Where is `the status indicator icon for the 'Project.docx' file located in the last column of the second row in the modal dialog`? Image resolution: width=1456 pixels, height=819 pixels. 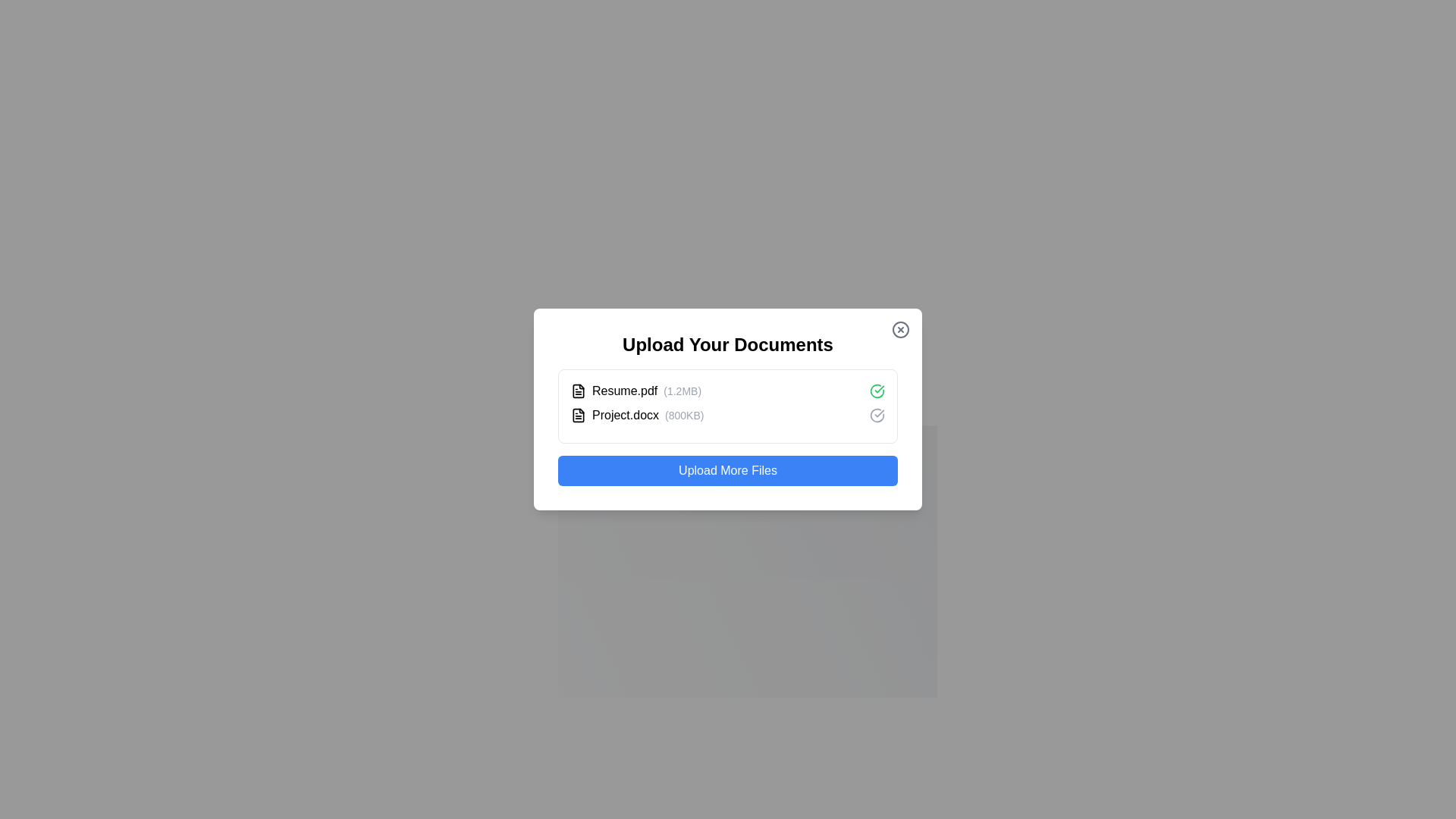
the status indicator icon for the 'Project.docx' file located in the last column of the second row in the modal dialog is located at coordinates (877, 415).